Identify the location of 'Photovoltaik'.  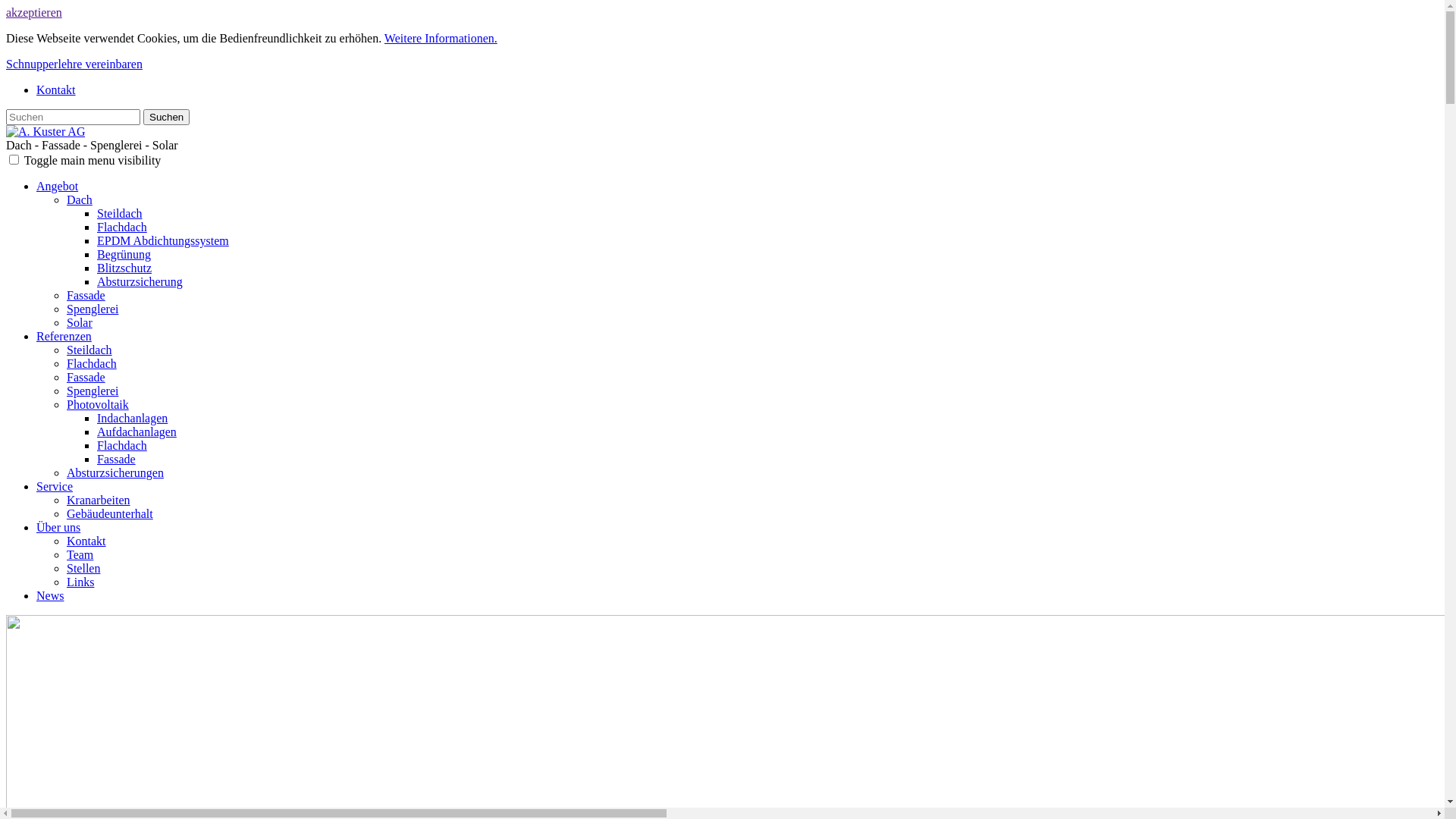
(97, 403).